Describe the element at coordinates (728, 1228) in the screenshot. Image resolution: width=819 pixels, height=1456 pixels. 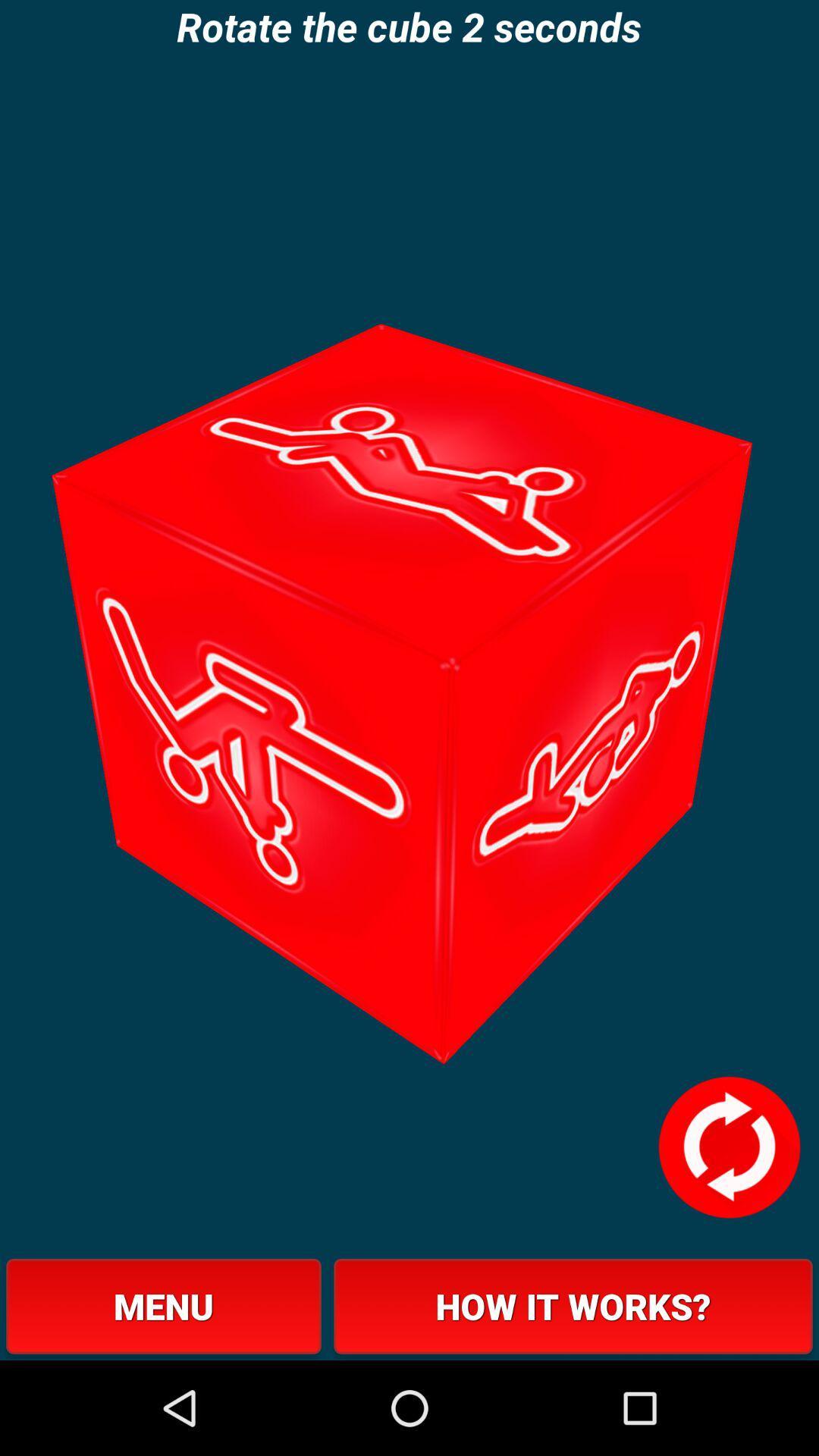
I see `the refresh icon` at that location.